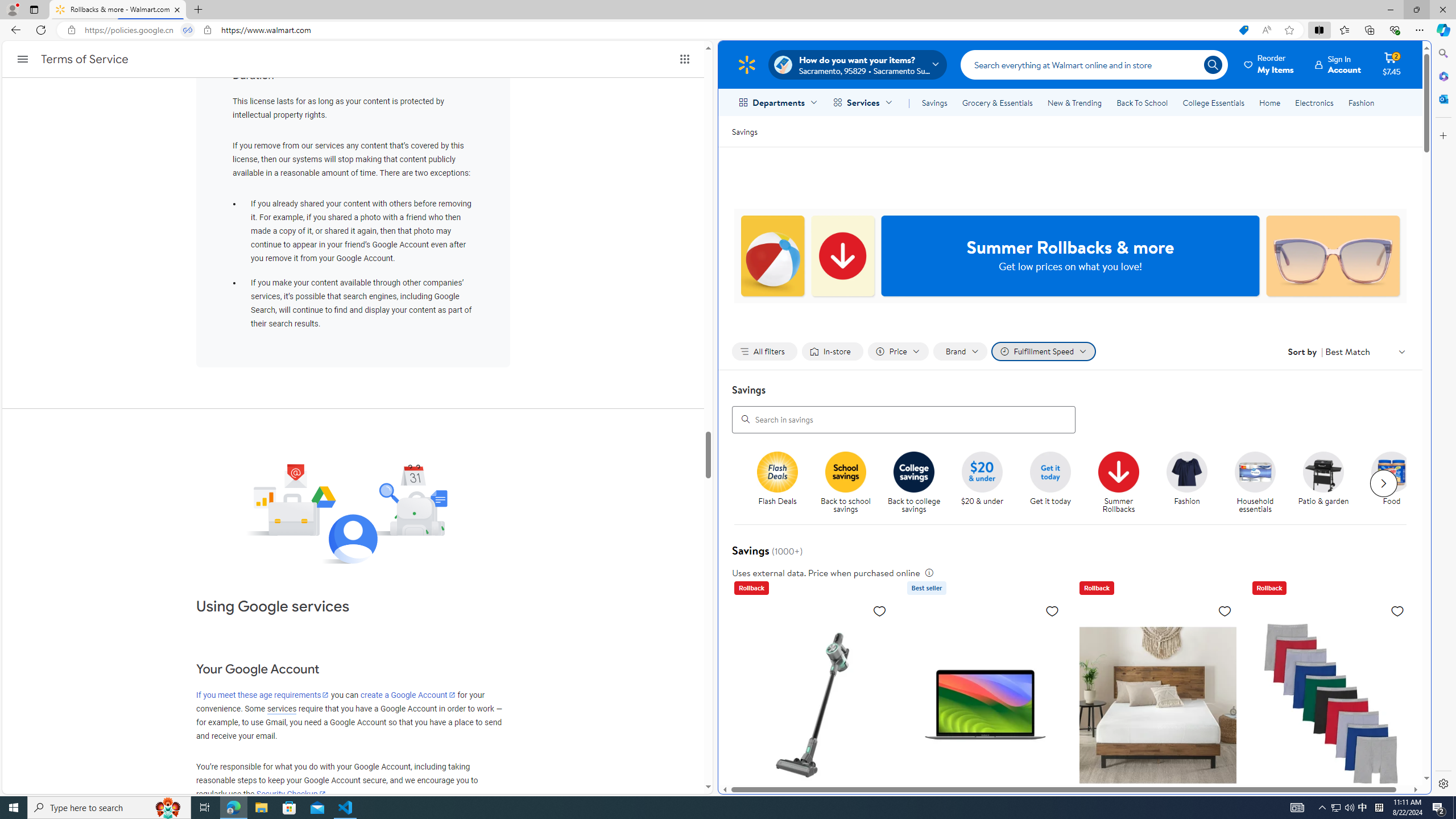 The image size is (1456, 819). I want to click on 'Class: ld ld-ChevronDown pa0 ml6', so click(1402, 351).